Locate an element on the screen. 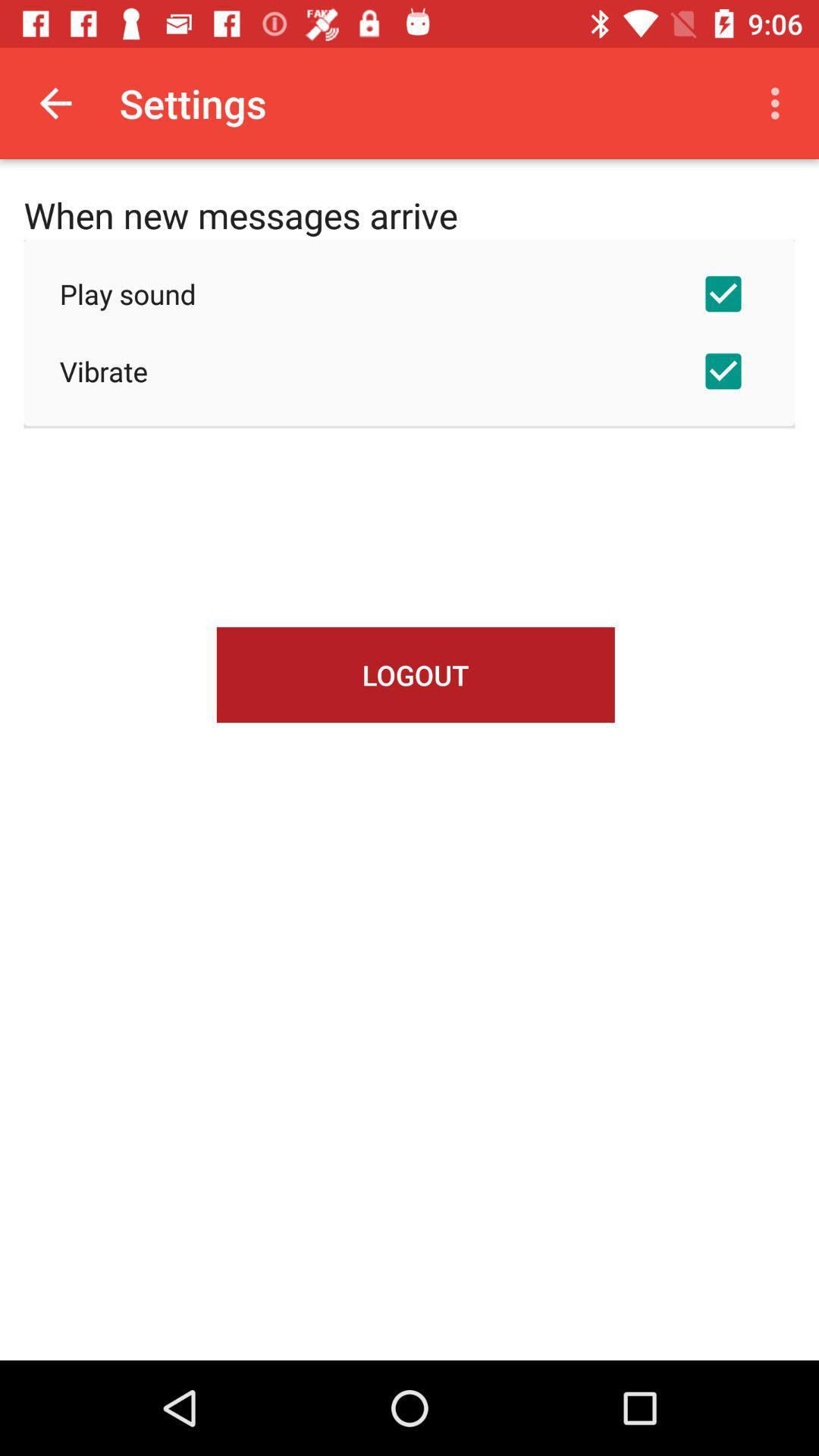  vibrate is located at coordinates (409, 371).